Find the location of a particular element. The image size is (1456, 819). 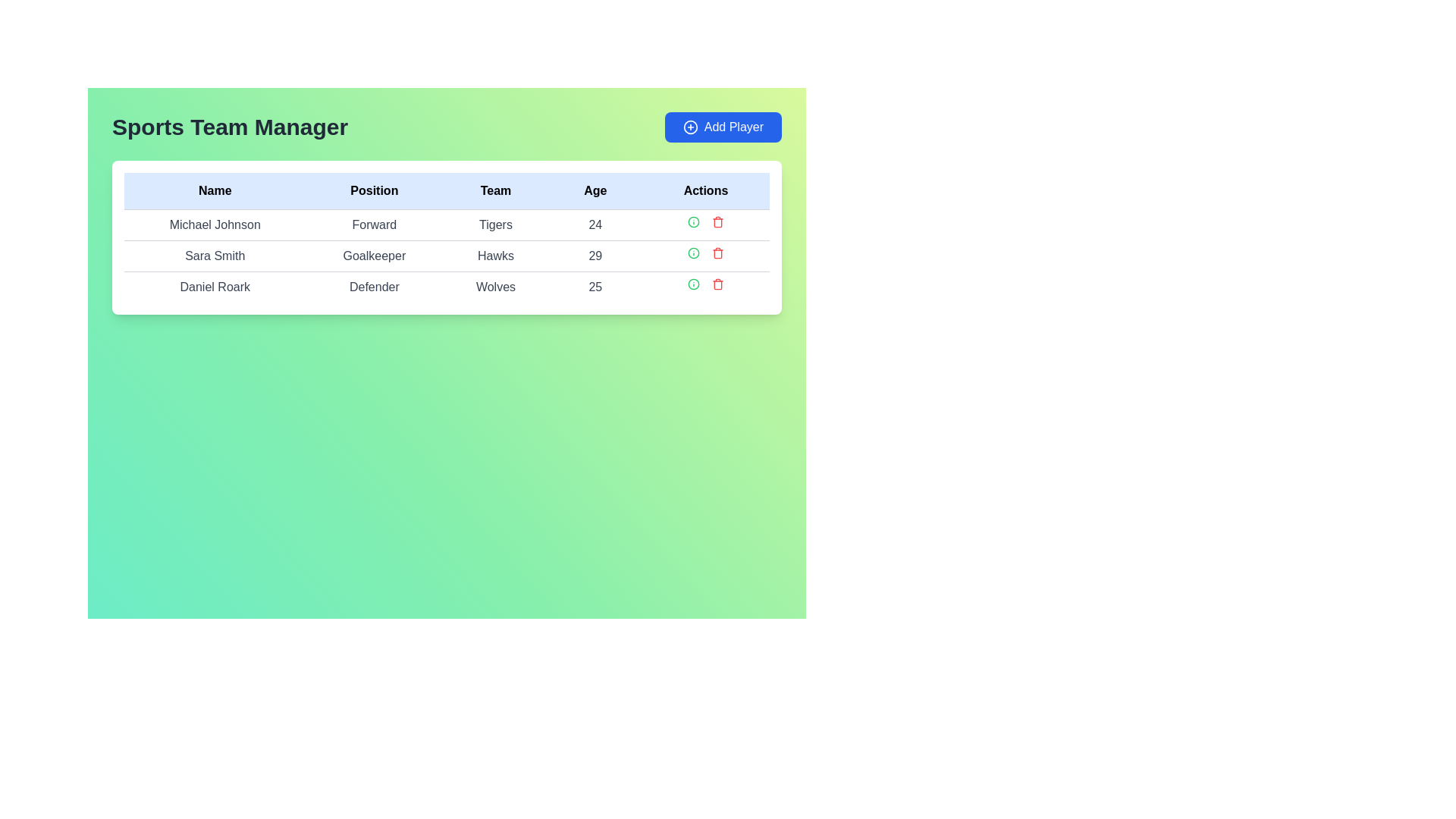

the text label displaying 'Goalkeeper' located in the 'Position' column of the table, which is in the second row and neighbors 'Sara Smith' and 'Hawks' is located at coordinates (374, 256).